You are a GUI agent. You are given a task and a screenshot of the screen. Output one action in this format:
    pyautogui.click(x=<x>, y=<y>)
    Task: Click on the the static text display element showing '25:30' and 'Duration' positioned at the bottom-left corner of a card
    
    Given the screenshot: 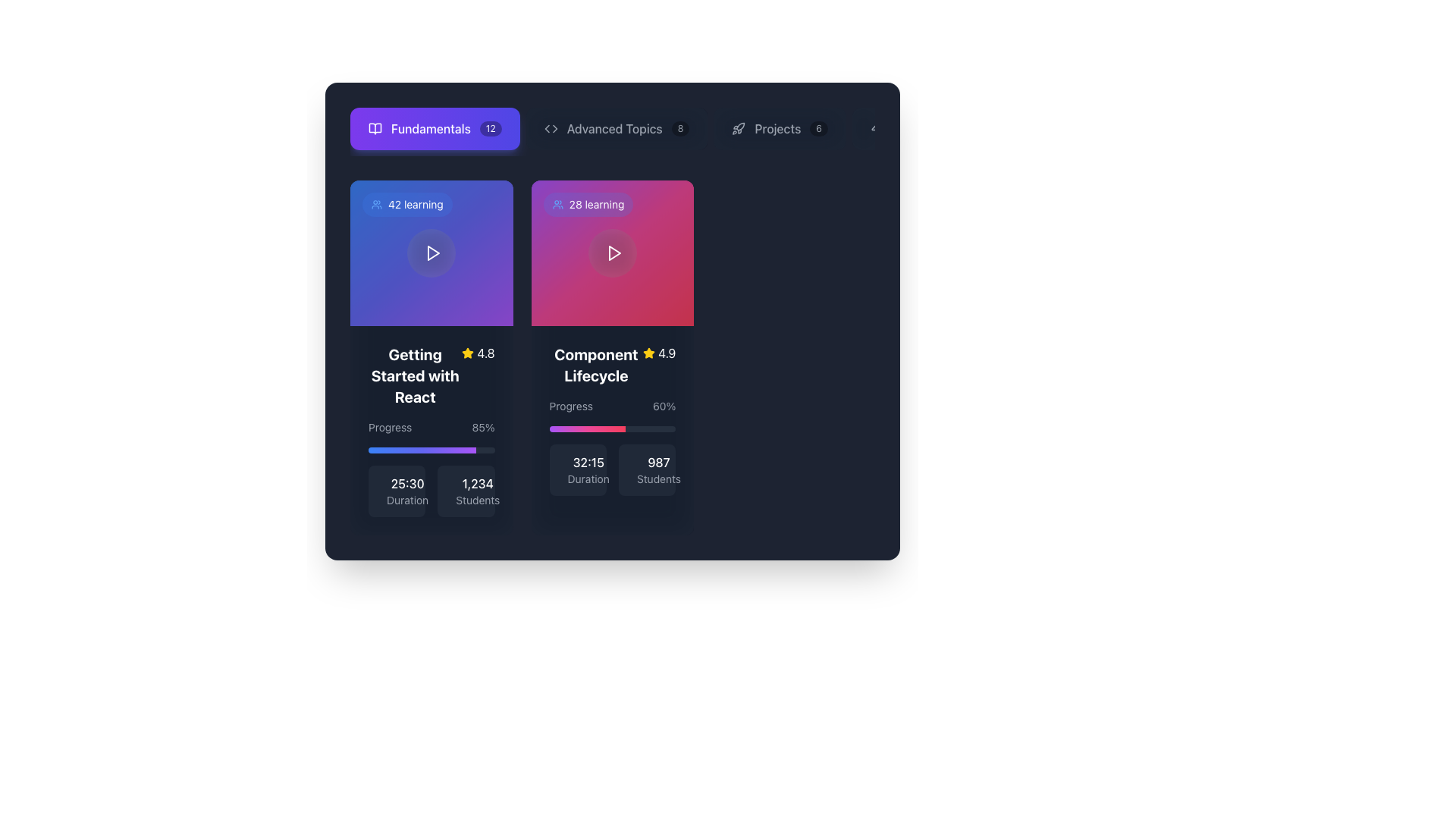 What is the action you would take?
    pyautogui.click(x=407, y=491)
    